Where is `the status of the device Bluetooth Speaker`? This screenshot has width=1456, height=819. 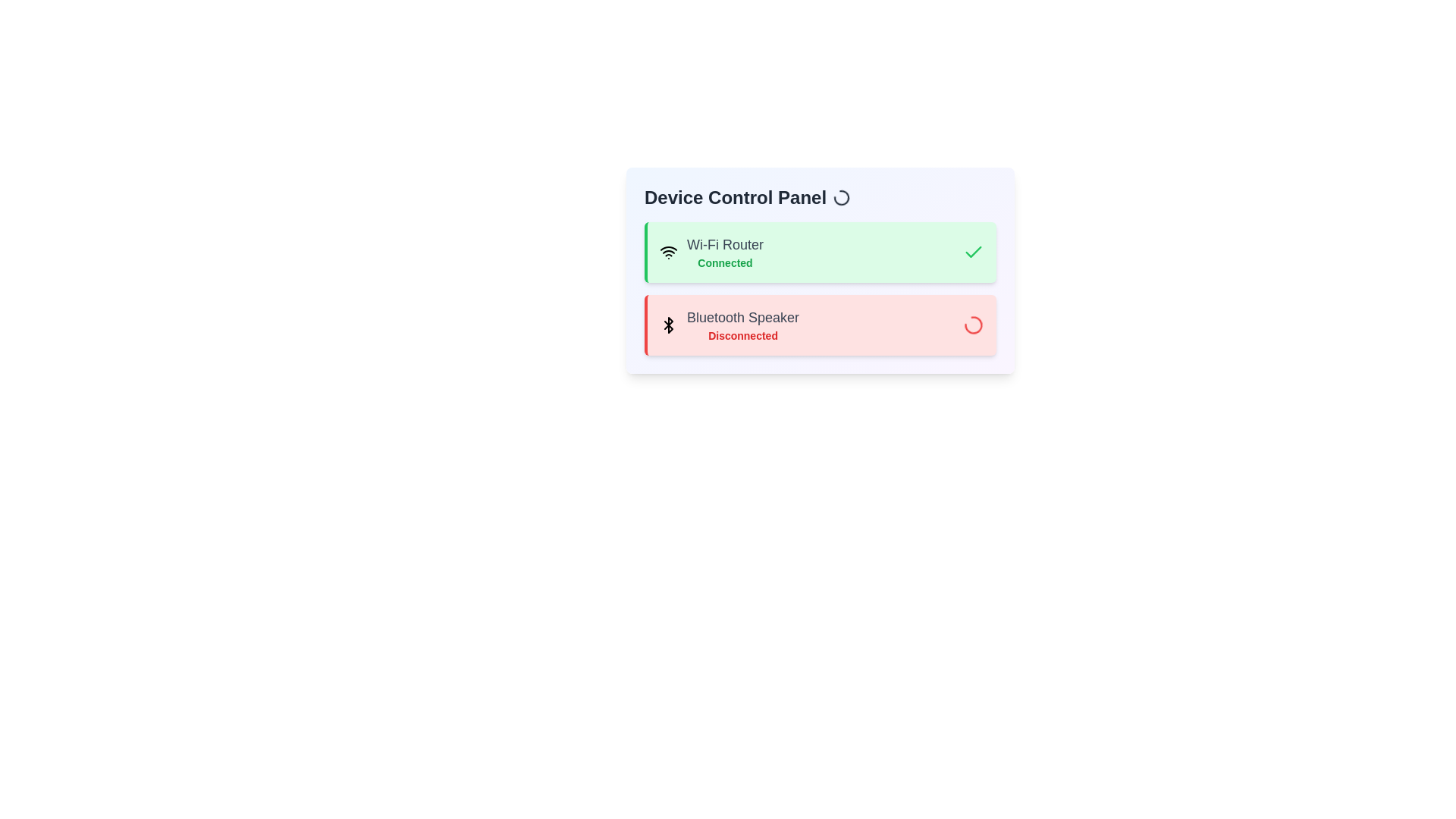
the status of the device Bluetooth Speaker is located at coordinates (819, 324).